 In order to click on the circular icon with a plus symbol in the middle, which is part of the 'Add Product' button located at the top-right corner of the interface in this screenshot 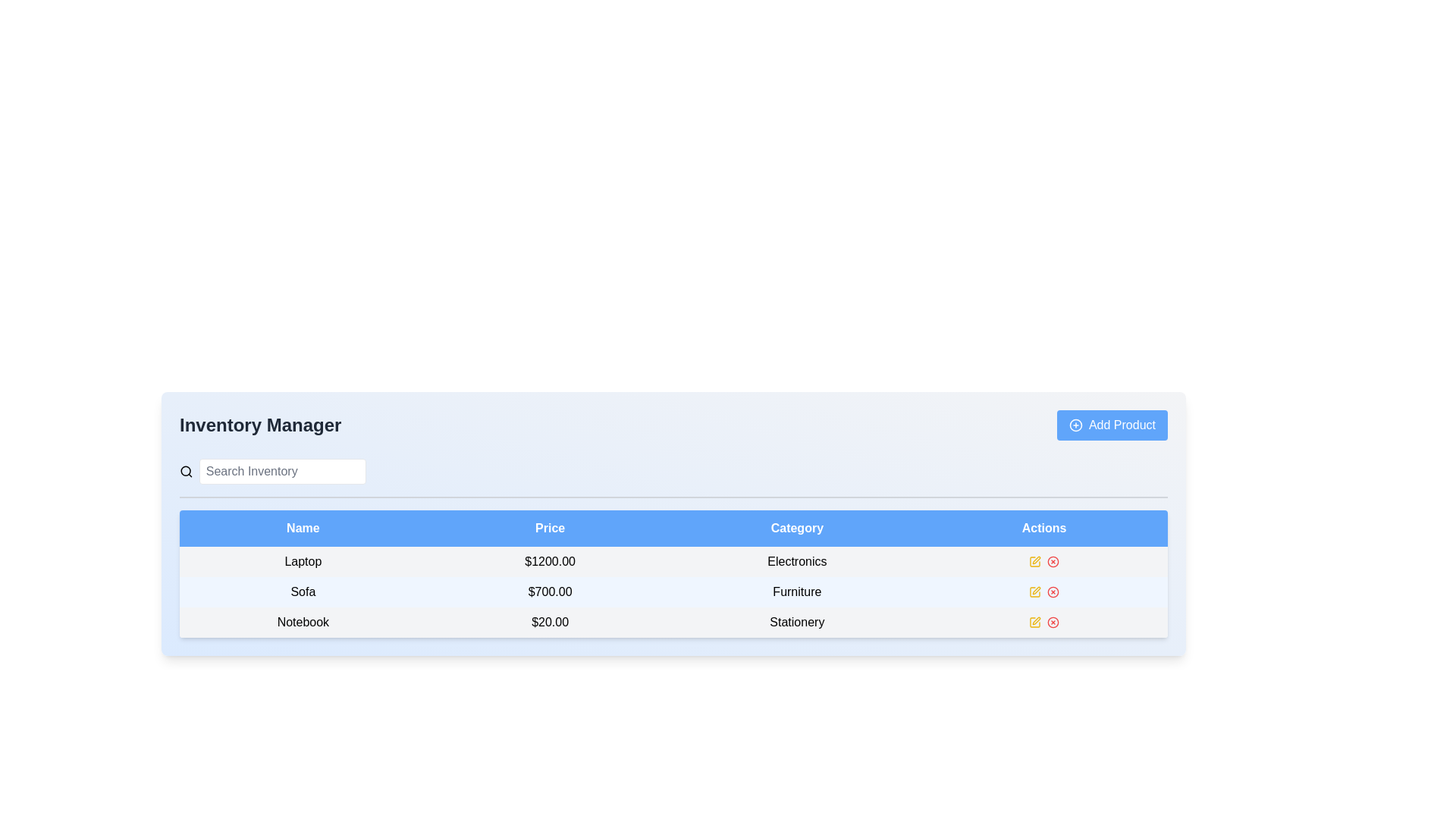, I will do `click(1075, 425)`.